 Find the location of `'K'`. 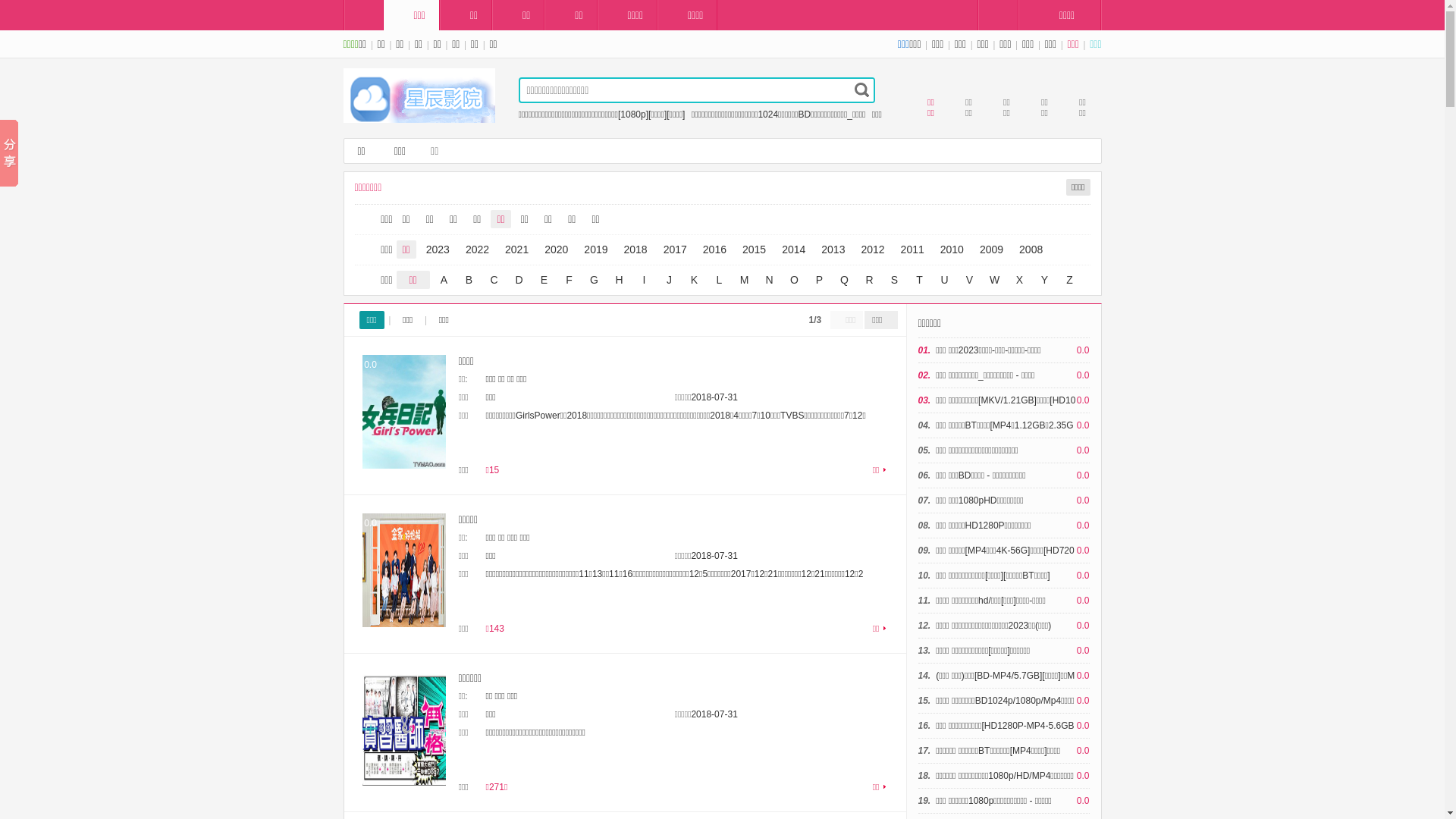

'K' is located at coordinates (694, 280).